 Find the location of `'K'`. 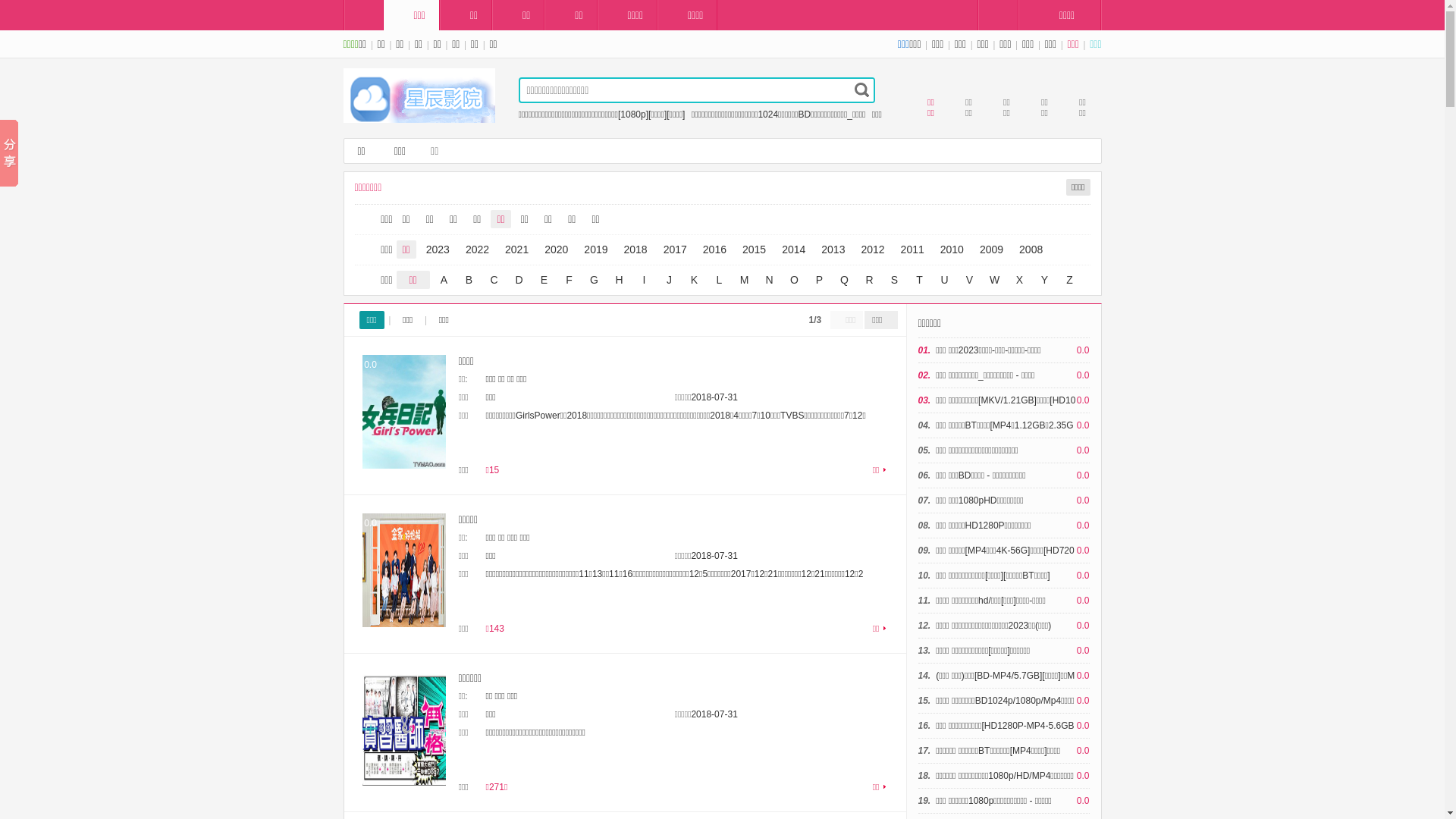

'K' is located at coordinates (694, 280).